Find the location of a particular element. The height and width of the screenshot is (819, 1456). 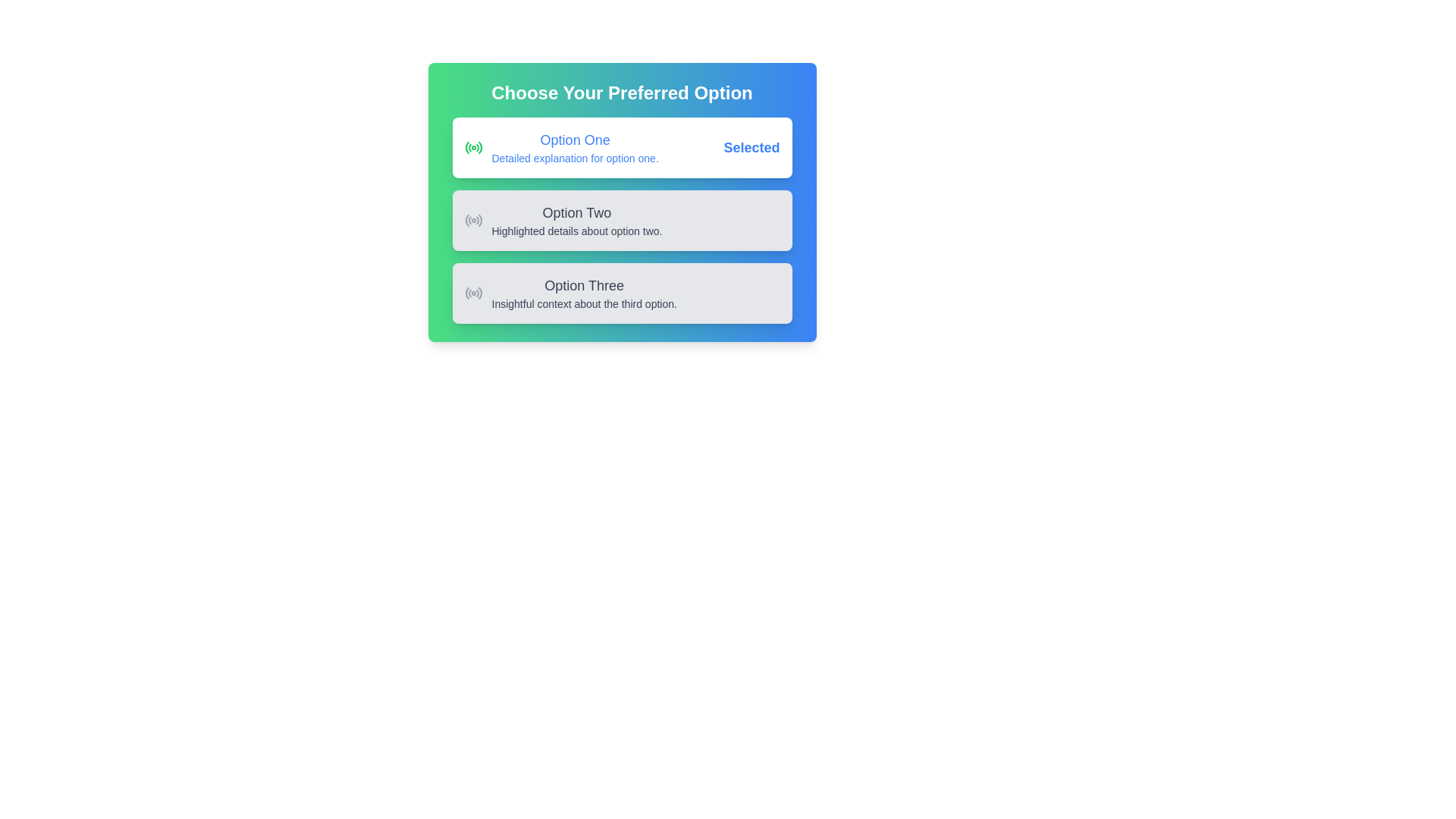

the outermost arc line of the icon associated with 'Option Two', which is styled in gray and located on the far right side of the icon is located at coordinates (479, 220).